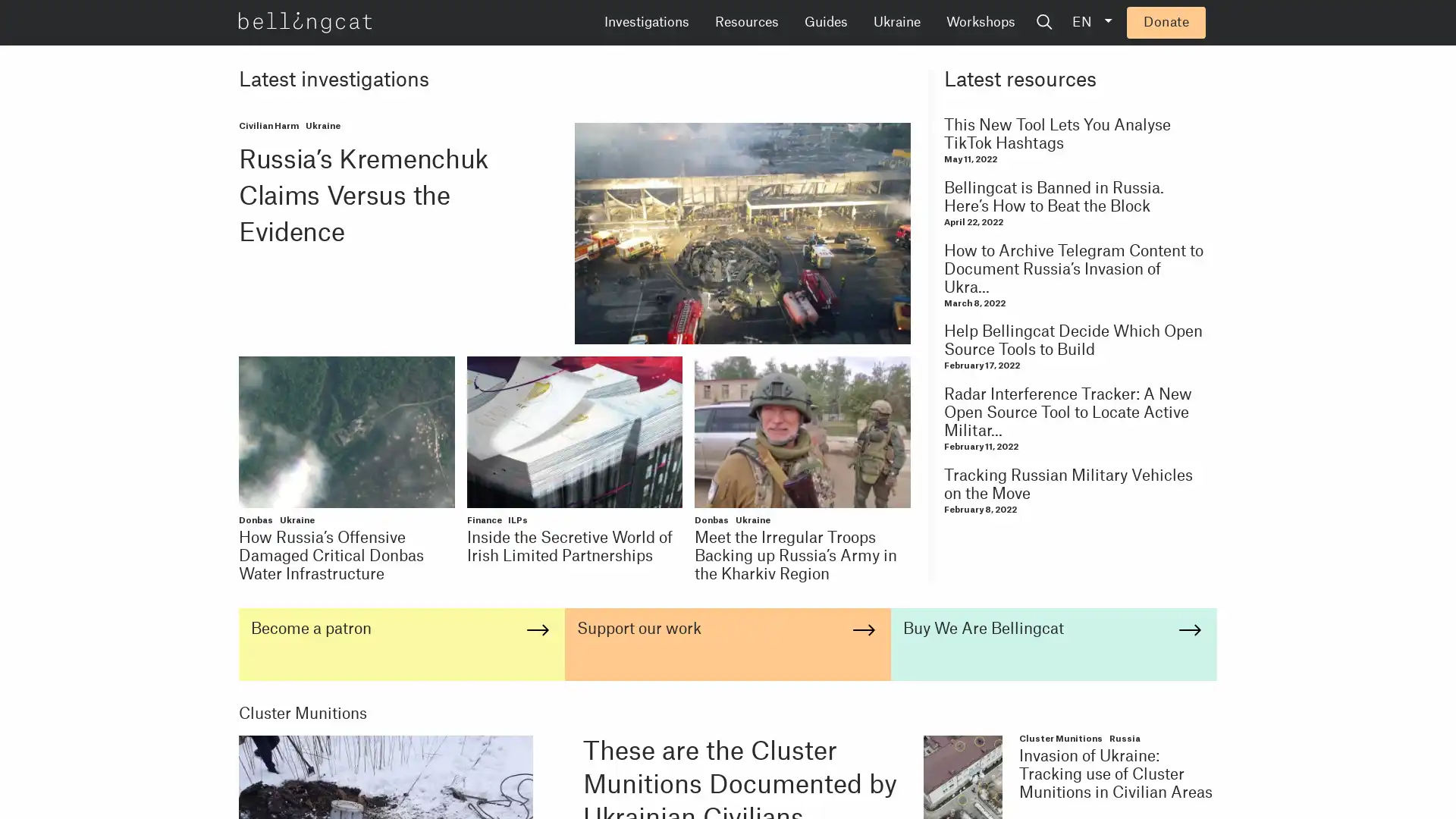 The width and height of the screenshot is (1456, 819). What do you see at coordinates (1159, 23) in the screenshot?
I see `Search` at bounding box center [1159, 23].